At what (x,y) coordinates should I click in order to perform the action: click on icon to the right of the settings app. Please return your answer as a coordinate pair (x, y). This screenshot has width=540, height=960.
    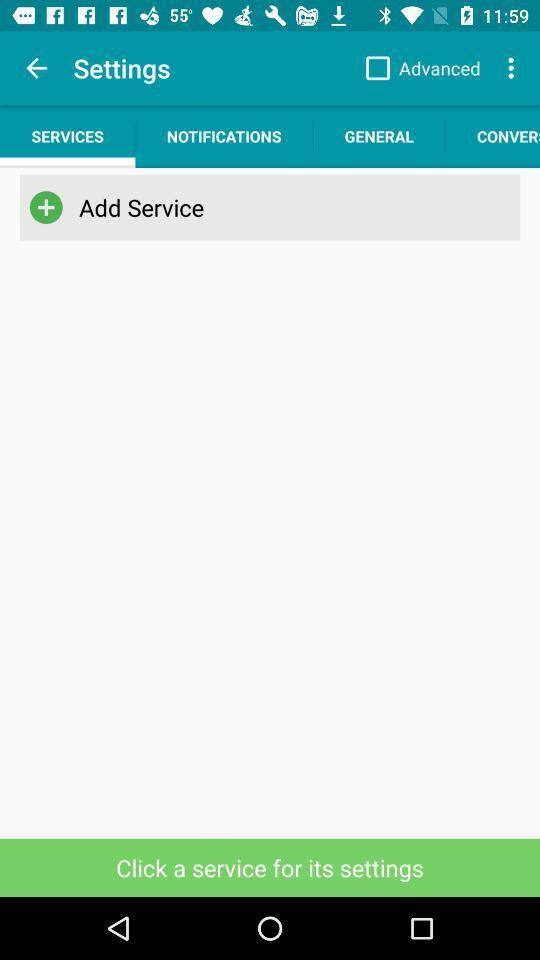
    Looking at the image, I should click on (417, 68).